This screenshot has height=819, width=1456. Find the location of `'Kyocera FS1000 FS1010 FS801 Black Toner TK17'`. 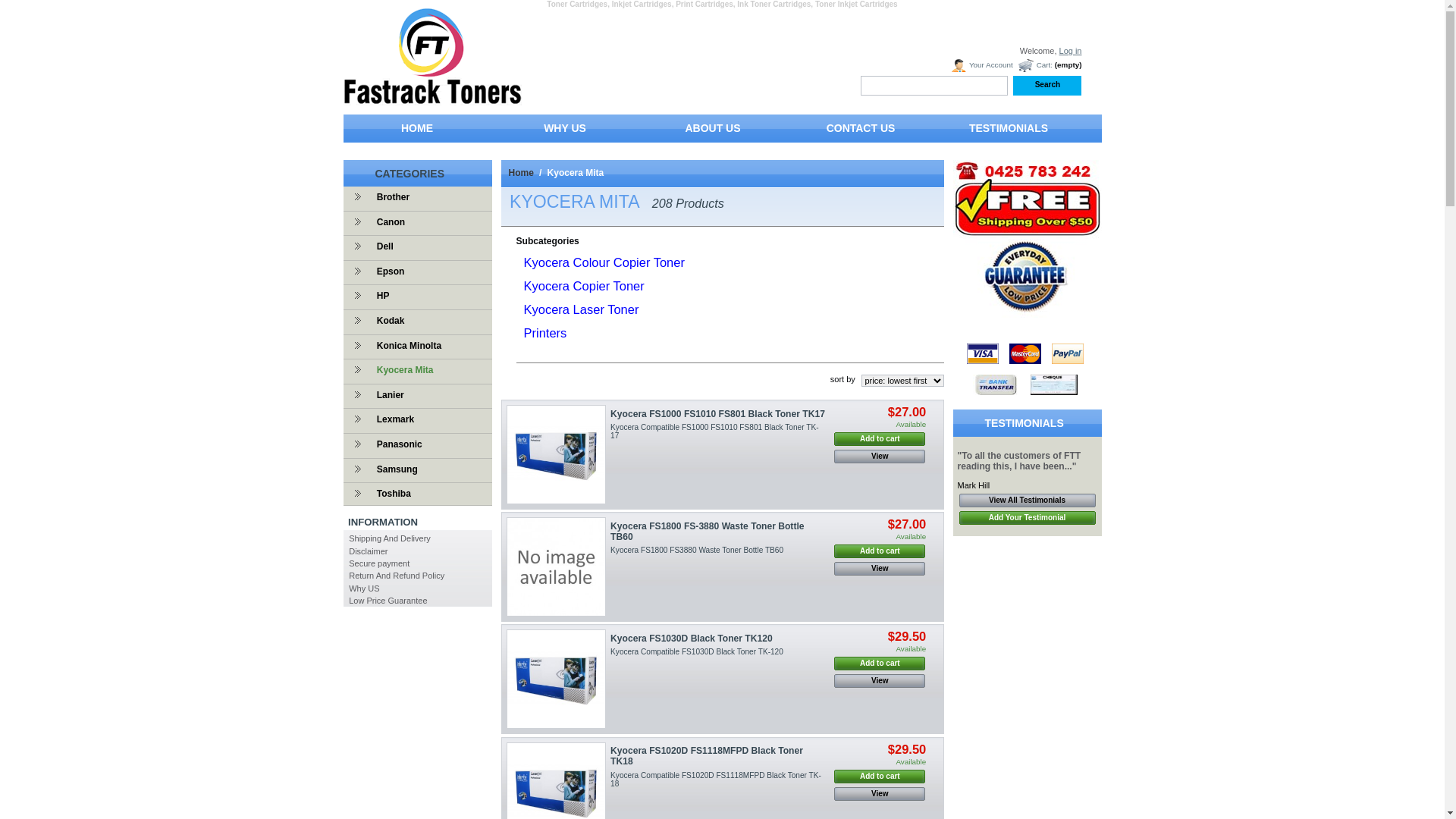

'Kyocera FS1000 FS1010 FS801 Black Toner TK17' is located at coordinates (555, 453).